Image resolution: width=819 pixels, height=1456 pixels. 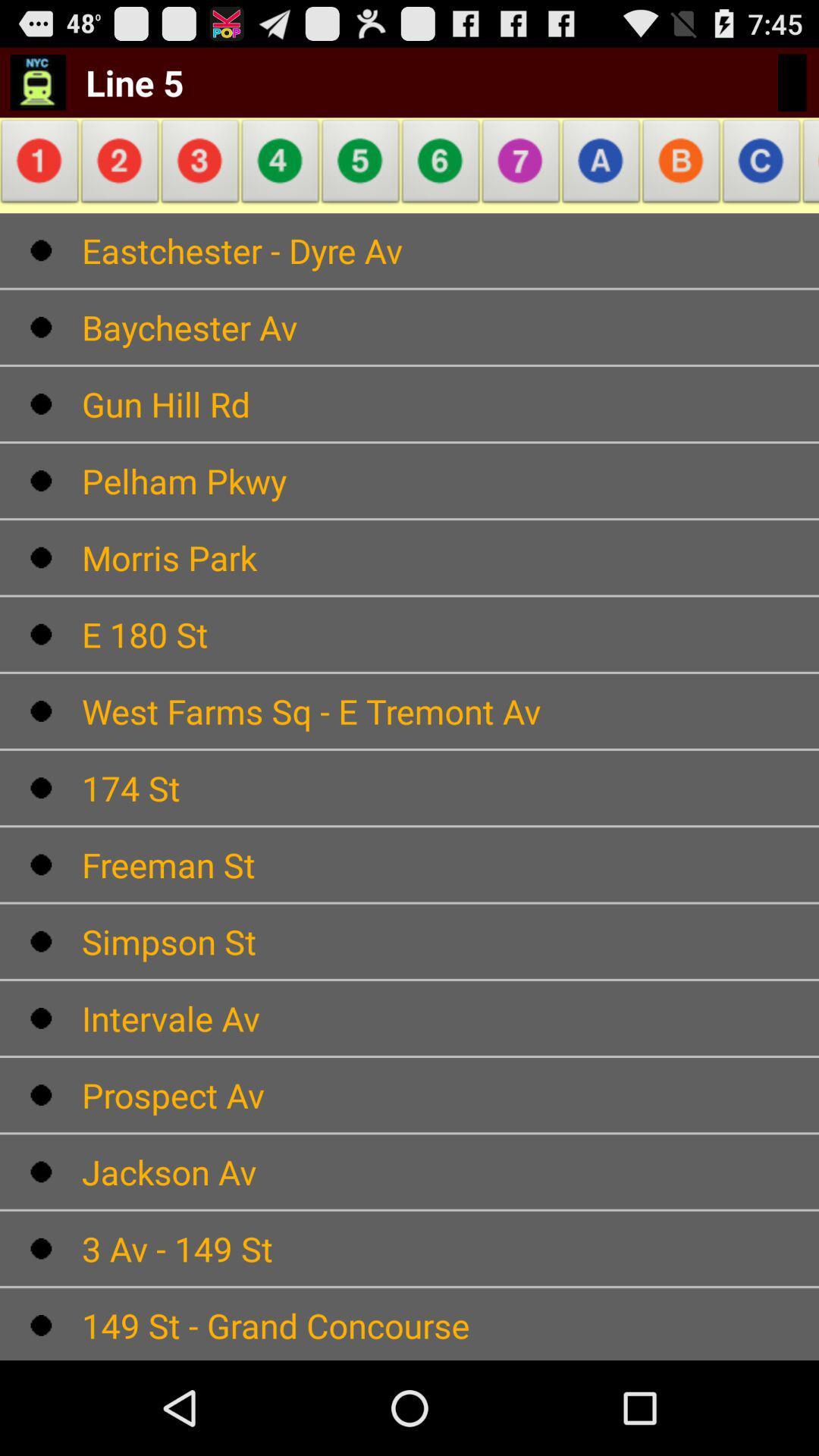 What do you see at coordinates (450, 788) in the screenshot?
I see `app below the west farms sq icon` at bounding box center [450, 788].